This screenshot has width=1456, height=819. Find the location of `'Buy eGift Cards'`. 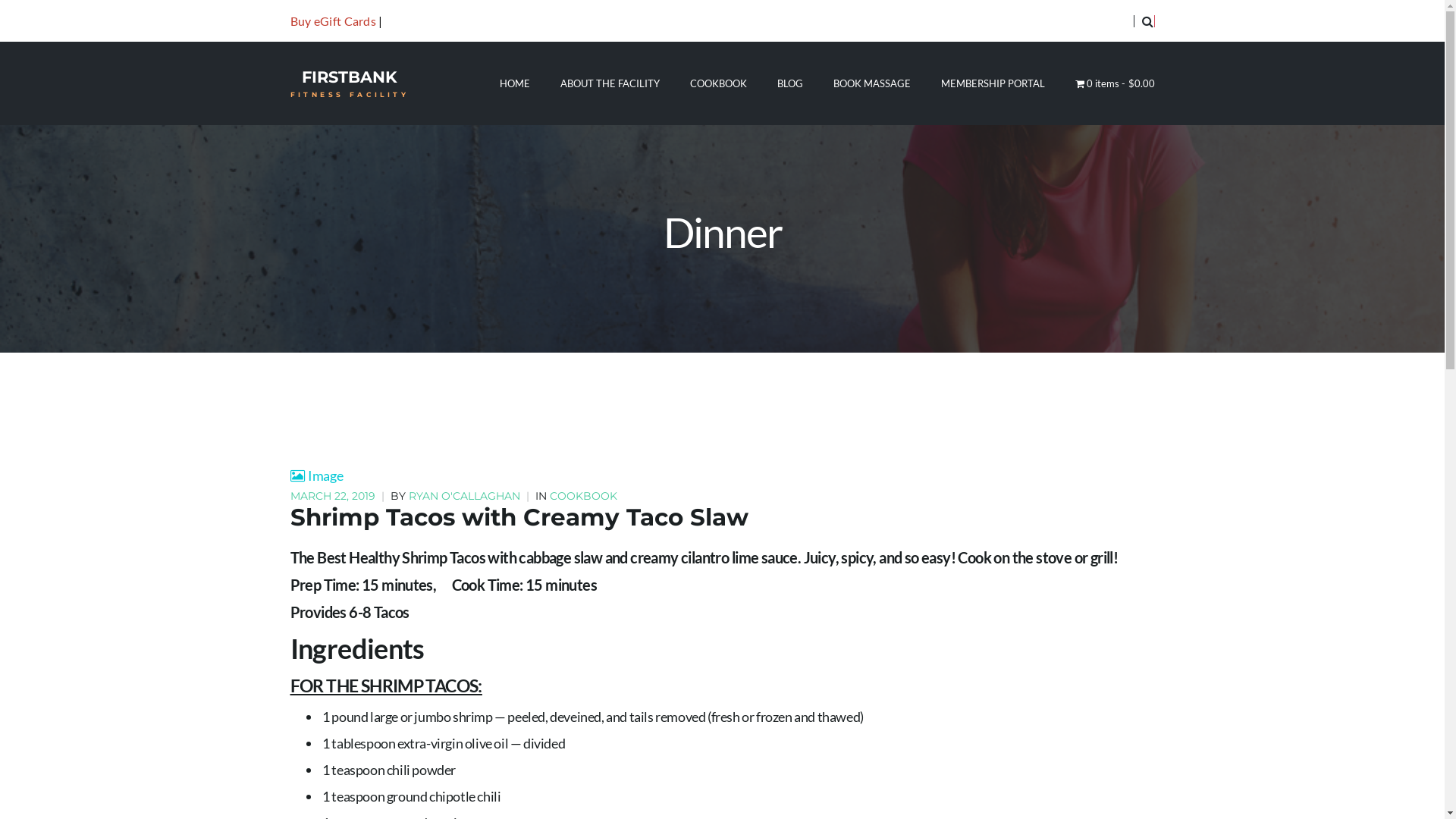

'Buy eGift Cards' is located at coordinates (331, 20).